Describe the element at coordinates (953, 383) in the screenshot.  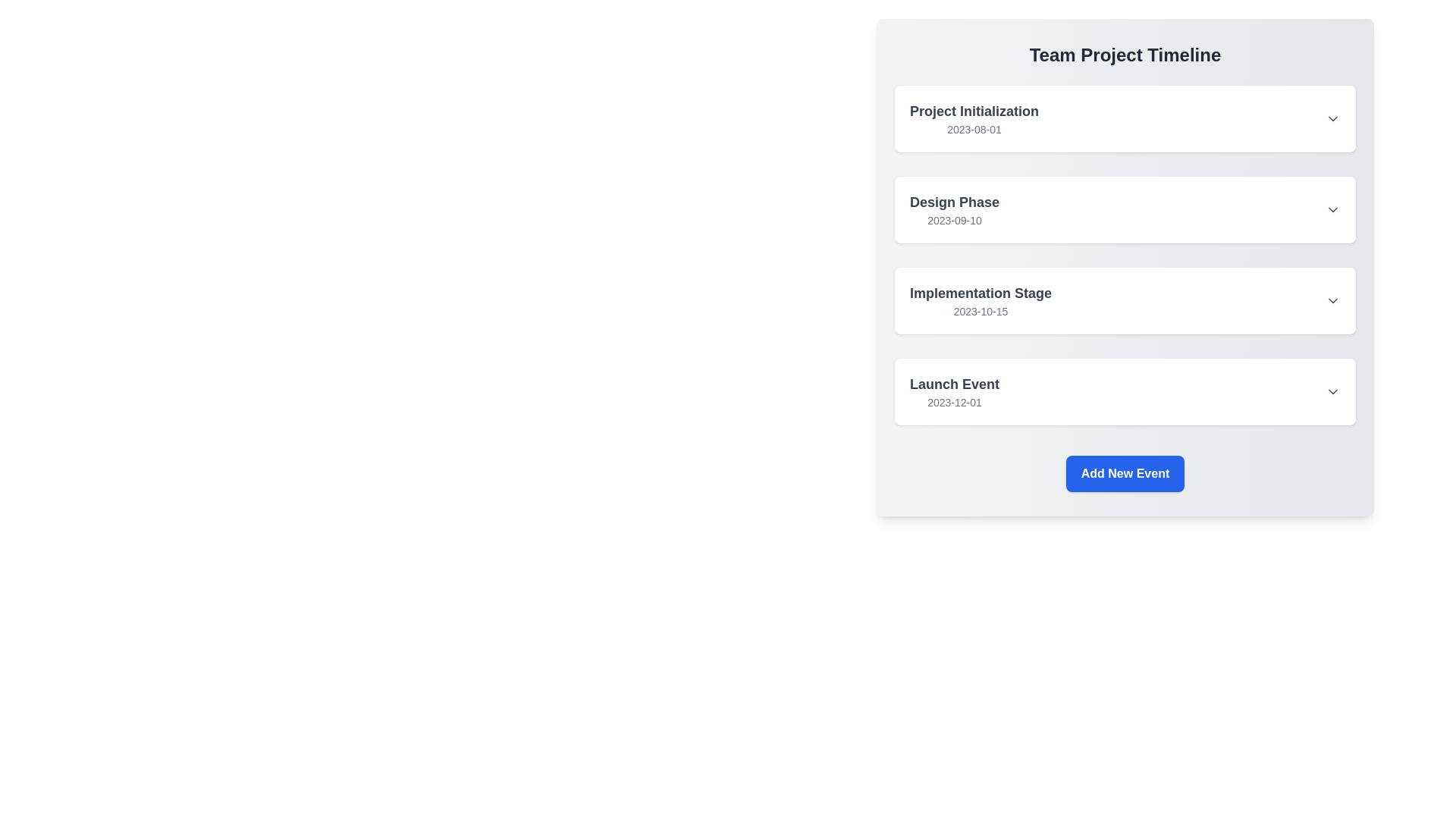
I see `text label displaying 'Launch Event' which is a bold, large, dark gray text positioned at the center of the timeline component` at that location.